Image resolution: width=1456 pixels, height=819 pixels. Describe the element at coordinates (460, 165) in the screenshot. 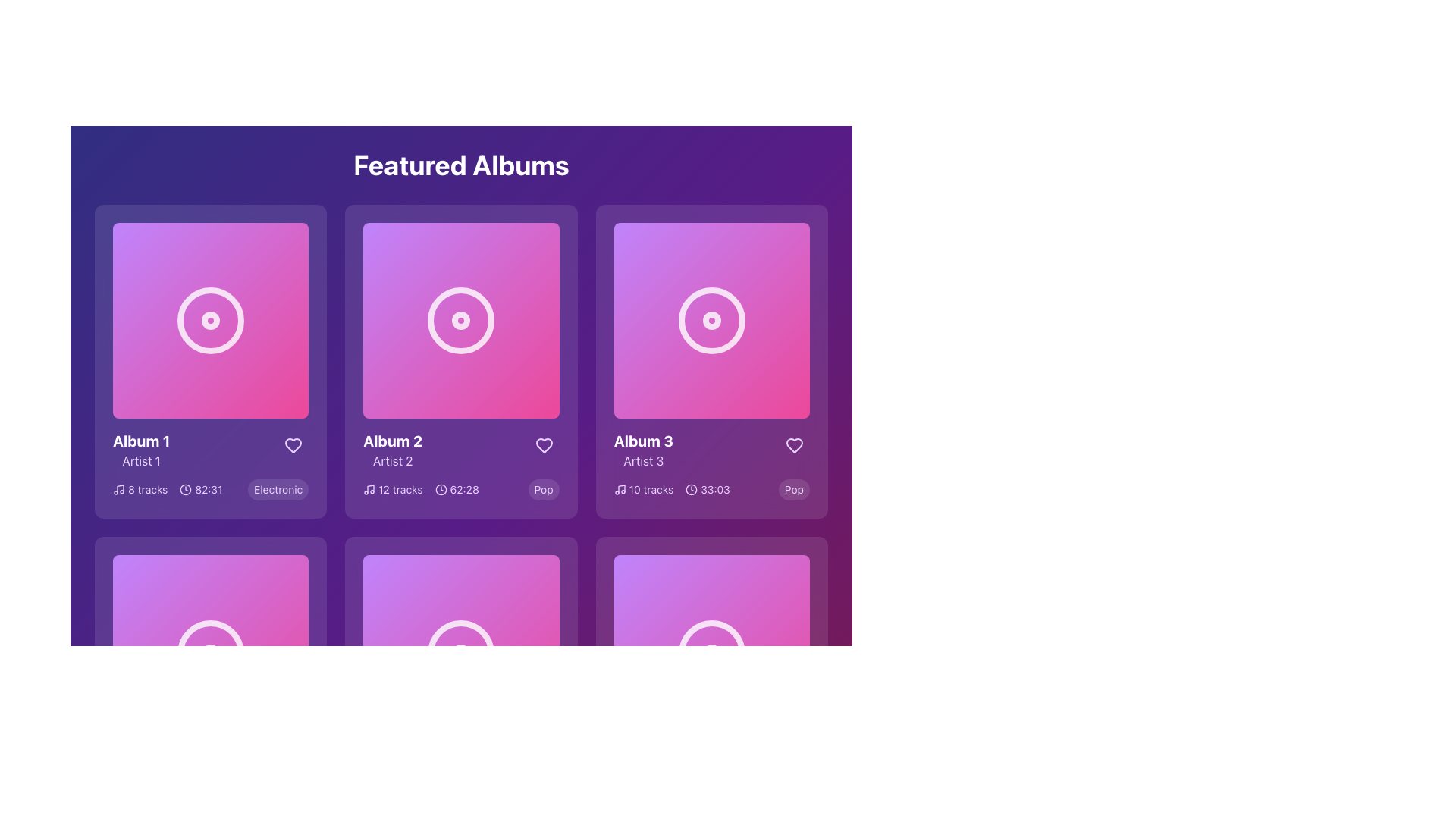

I see `the large, bold text header labeled 'Featured Albums' that is prominently displayed on a purple gradient background` at that location.